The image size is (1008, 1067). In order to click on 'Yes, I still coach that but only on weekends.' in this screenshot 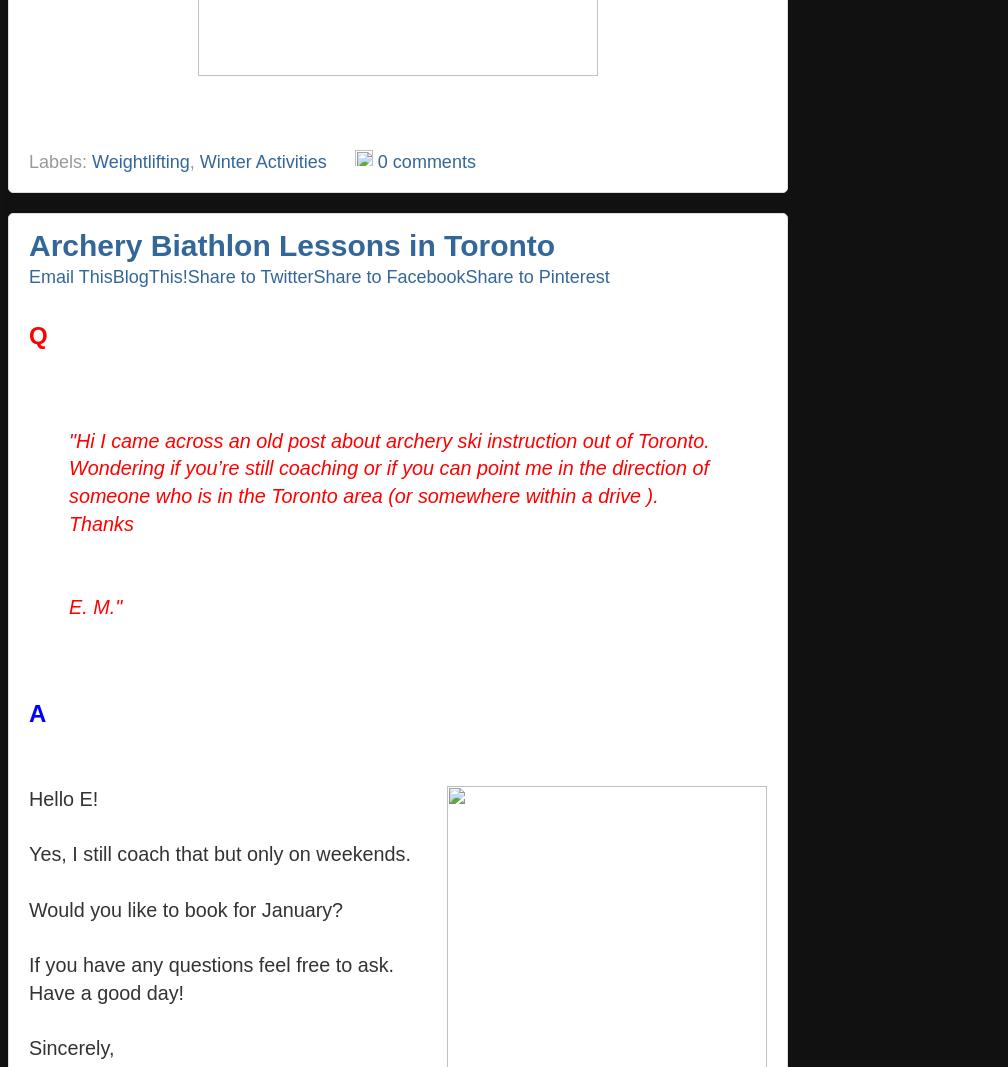, I will do `click(29, 853)`.